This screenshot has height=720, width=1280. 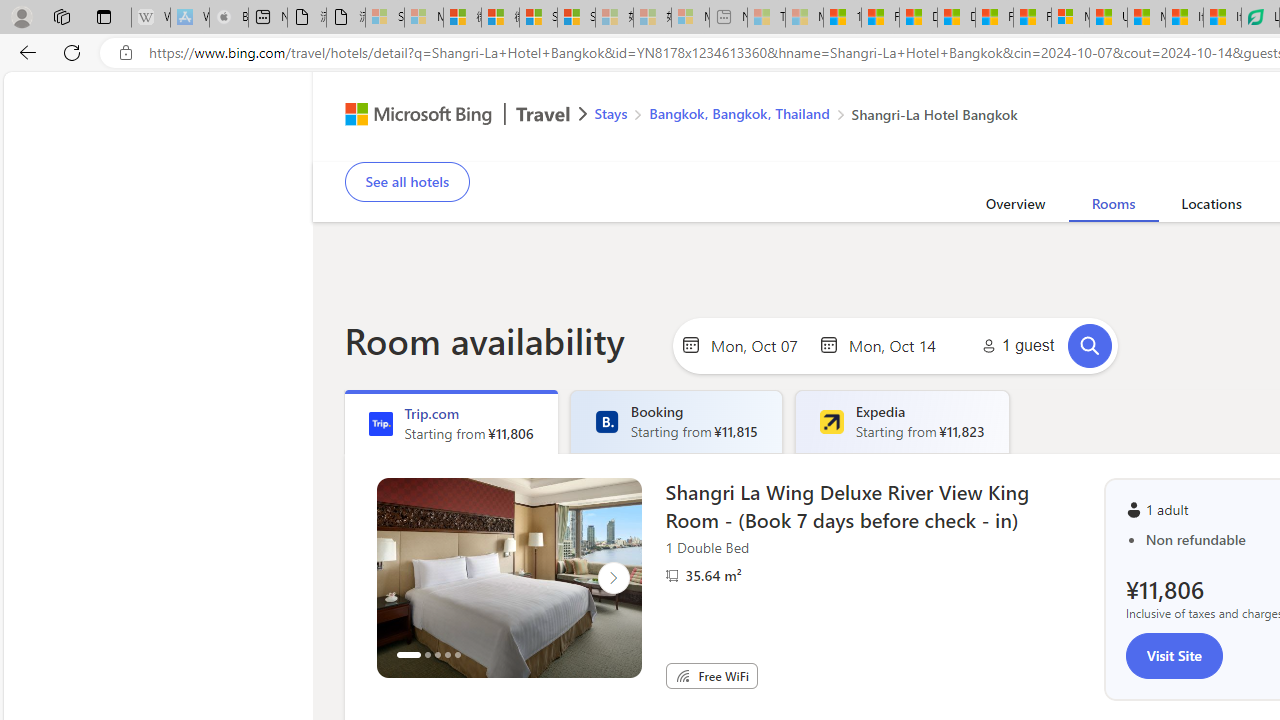 I want to click on 'Visit Site', so click(x=1173, y=655).